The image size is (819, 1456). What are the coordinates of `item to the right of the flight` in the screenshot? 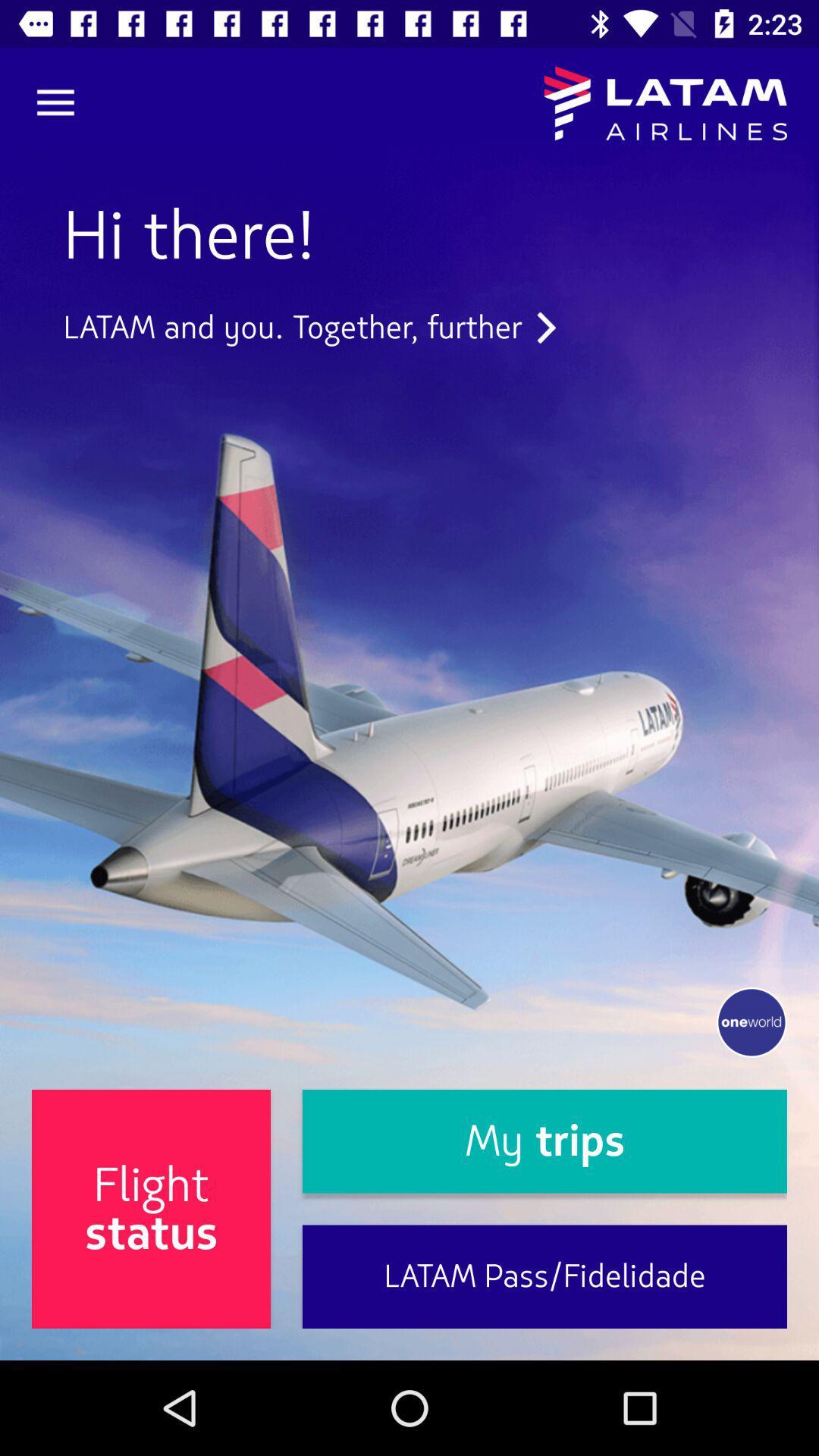 It's located at (544, 1141).